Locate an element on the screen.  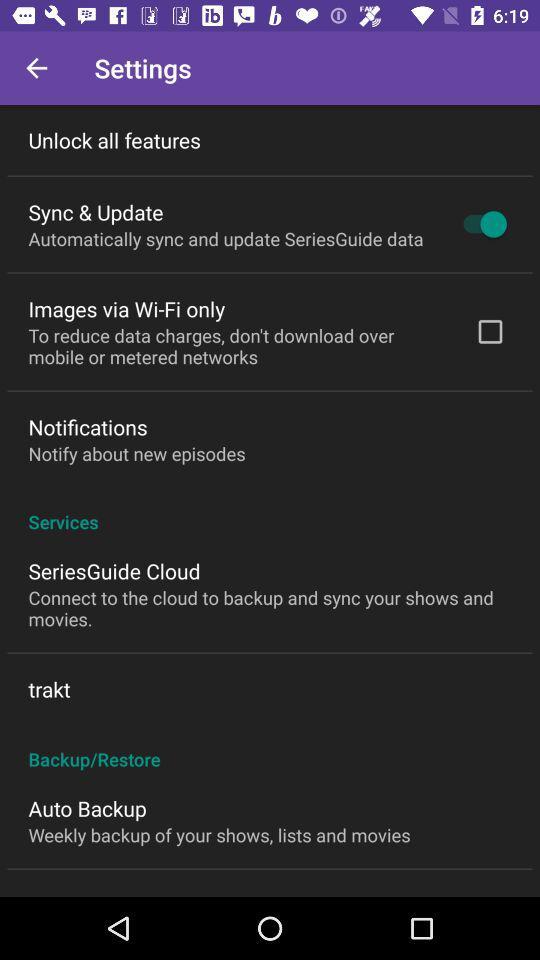
notifications icon is located at coordinates (87, 427).